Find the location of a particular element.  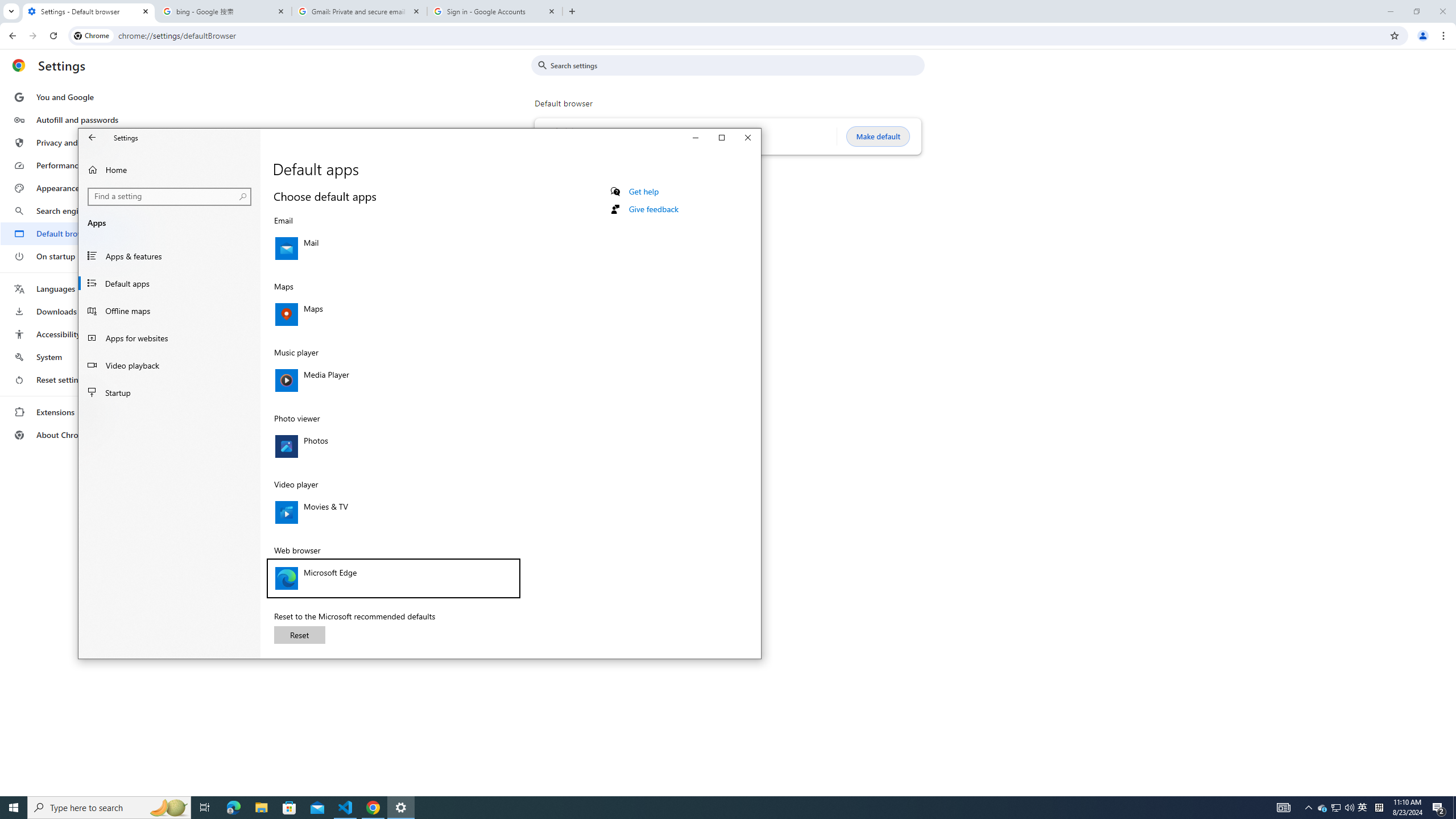

'Notification Chevron' is located at coordinates (1308, 806).